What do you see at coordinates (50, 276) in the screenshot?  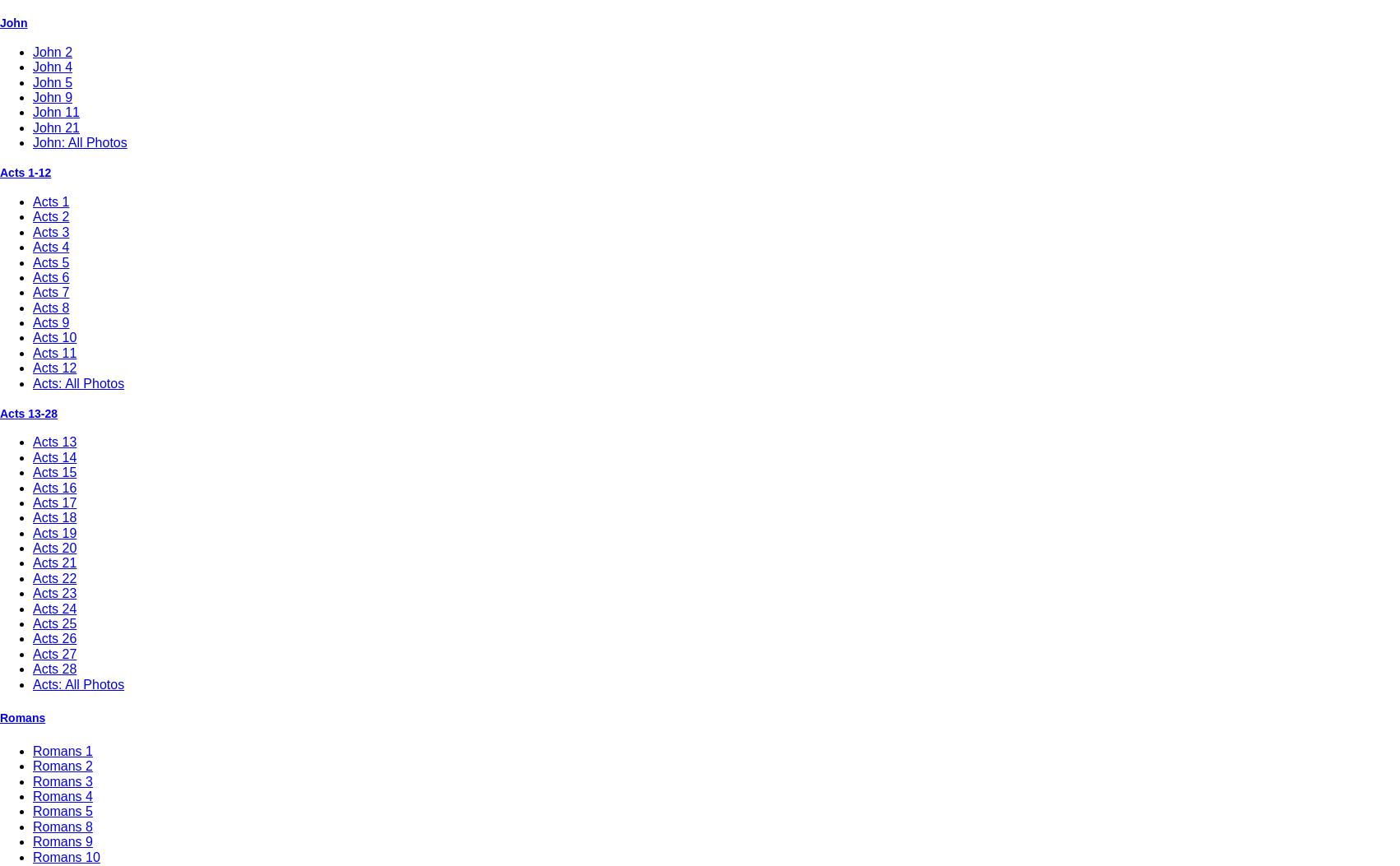 I see `'Acts 6'` at bounding box center [50, 276].